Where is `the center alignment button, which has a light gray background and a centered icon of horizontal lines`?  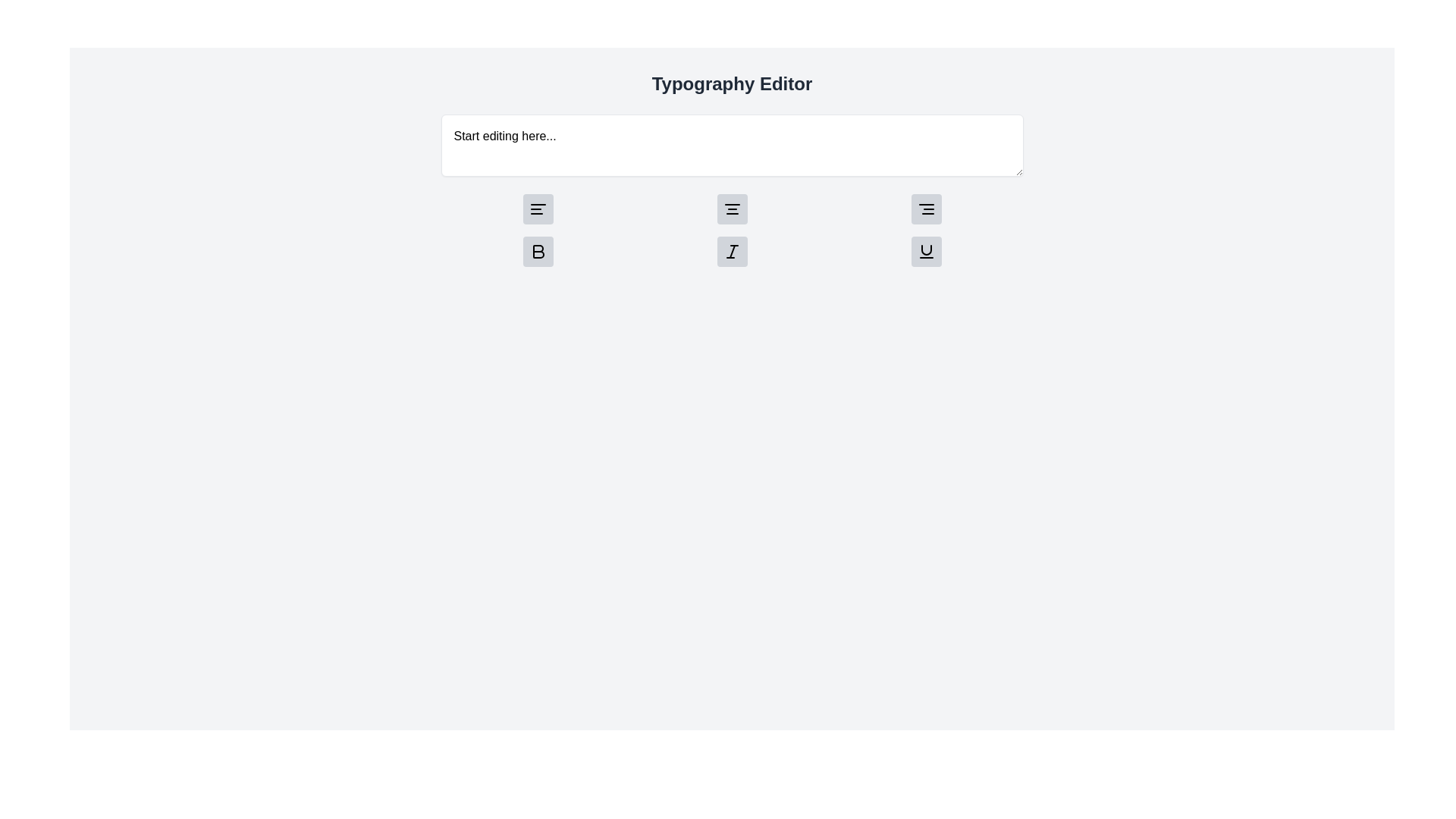 the center alignment button, which has a light gray background and a centered icon of horizontal lines is located at coordinates (732, 209).